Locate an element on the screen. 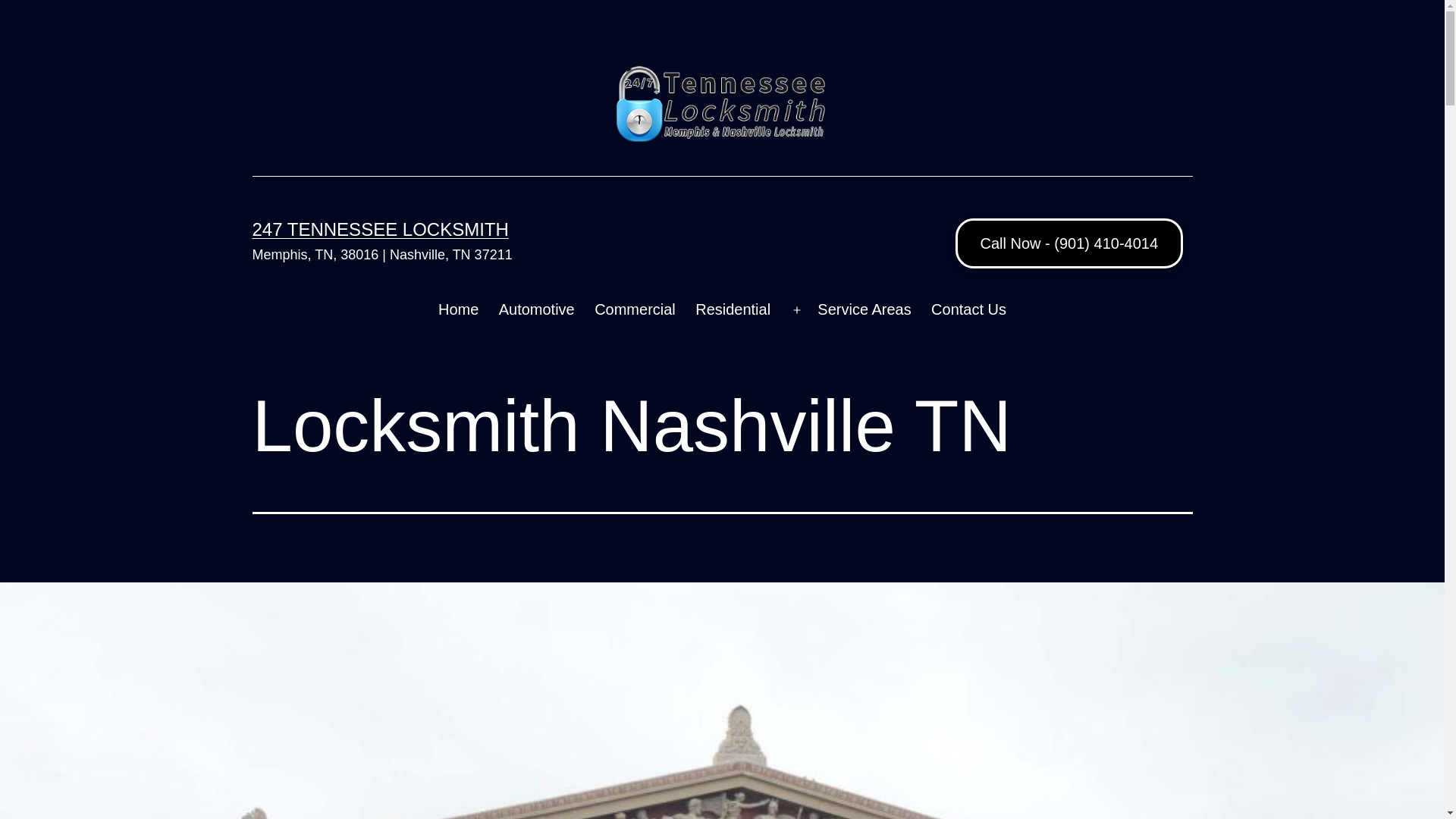  'Contact Us' is located at coordinates (968, 309).